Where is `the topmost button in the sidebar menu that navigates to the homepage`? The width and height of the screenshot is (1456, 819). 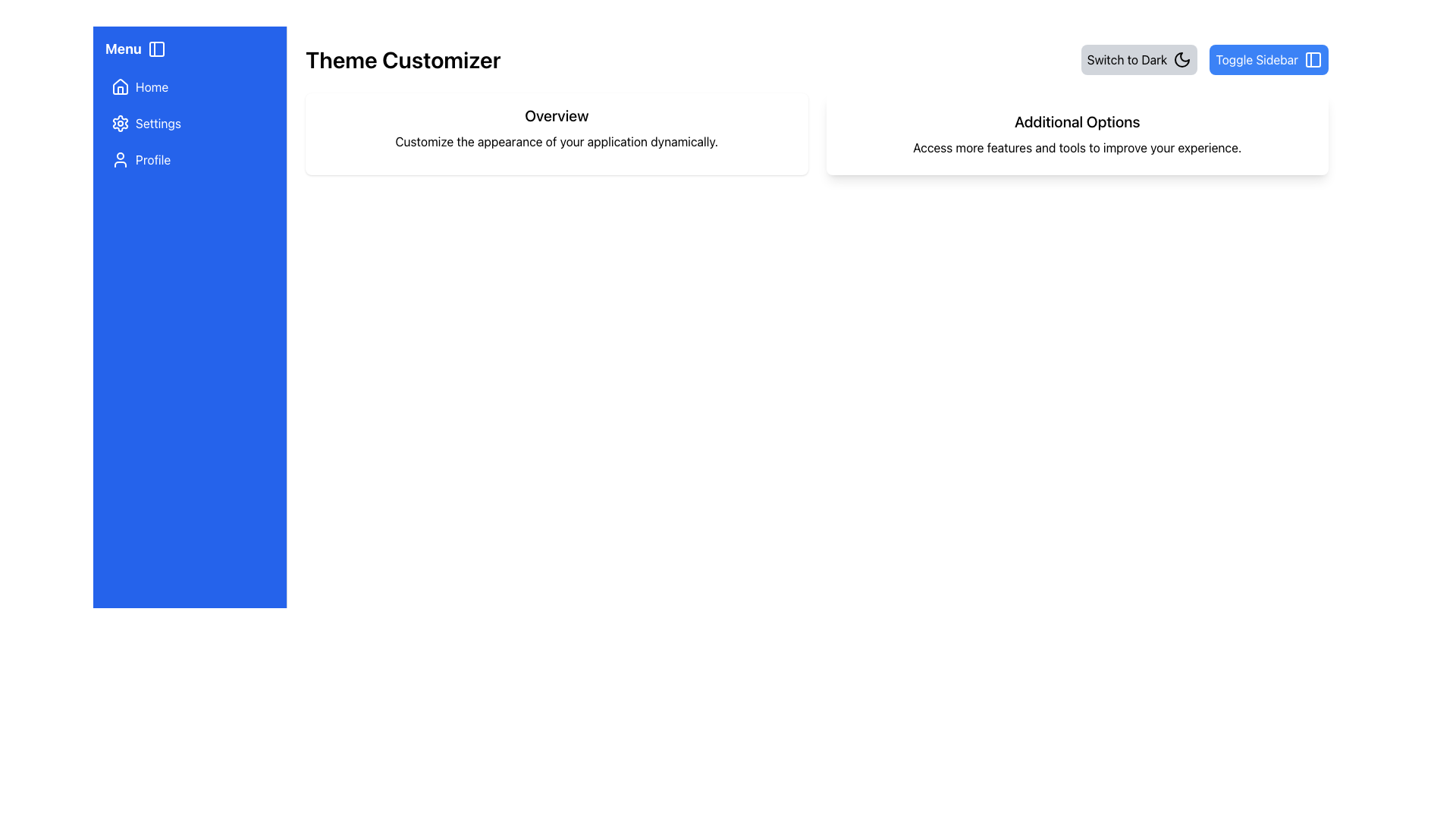 the topmost button in the sidebar menu that navigates to the homepage is located at coordinates (189, 87).